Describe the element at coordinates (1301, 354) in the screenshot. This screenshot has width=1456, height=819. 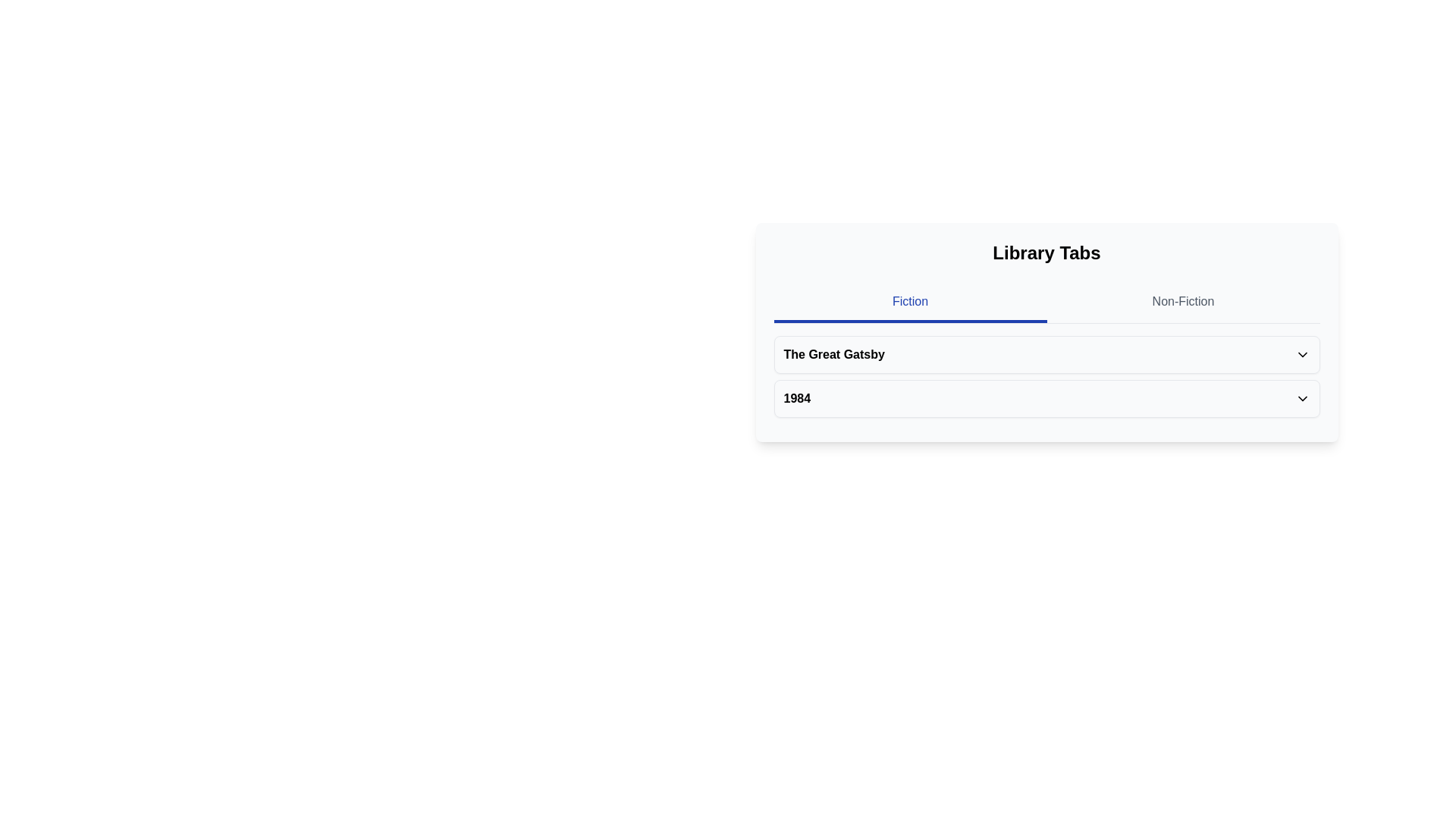
I see `the Dropdown Trigger Icon located` at that location.